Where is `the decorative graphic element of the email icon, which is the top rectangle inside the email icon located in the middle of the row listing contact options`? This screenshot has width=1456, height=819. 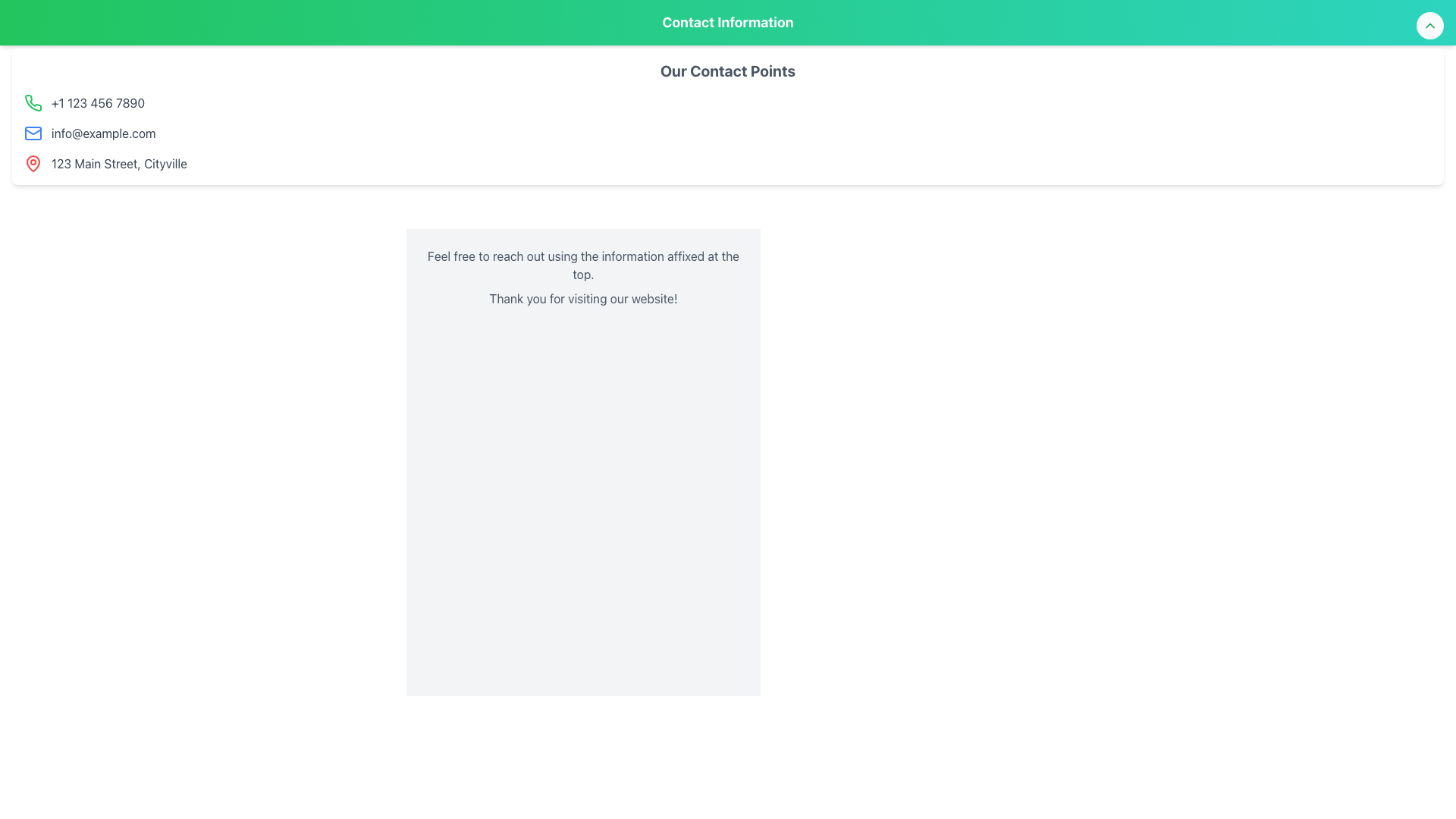
the decorative graphic element of the email icon, which is the top rectangle inside the email icon located in the middle of the row listing contact options is located at coordinates (33, 133).